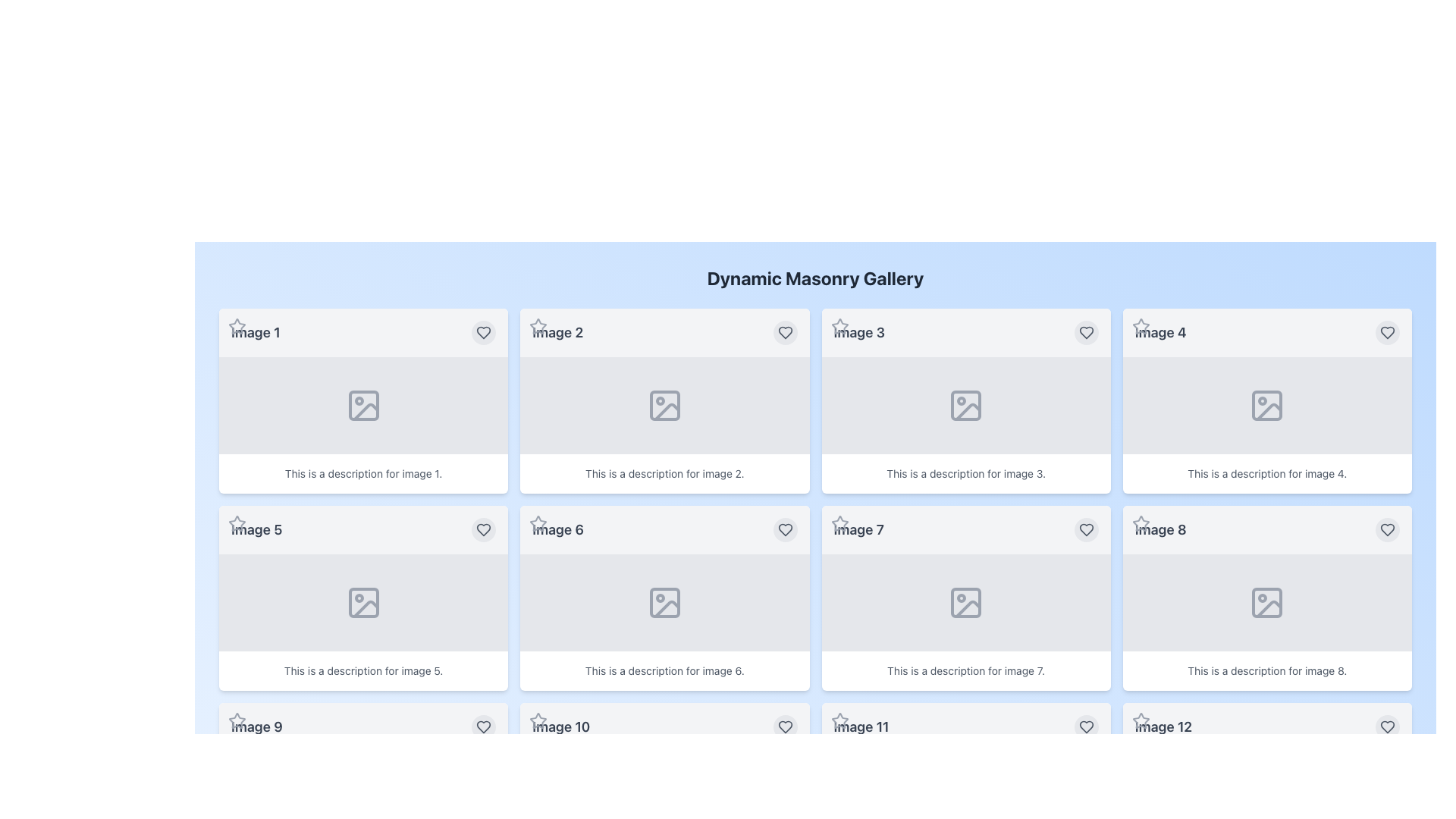 The image size is (1456, 819). I want to click on the icon represented by an outlined picture frame with a circle and diagonal line, located centrally within the card labeled 'Image 2' in the top row of a three-by-four grid, so click(664, 405).